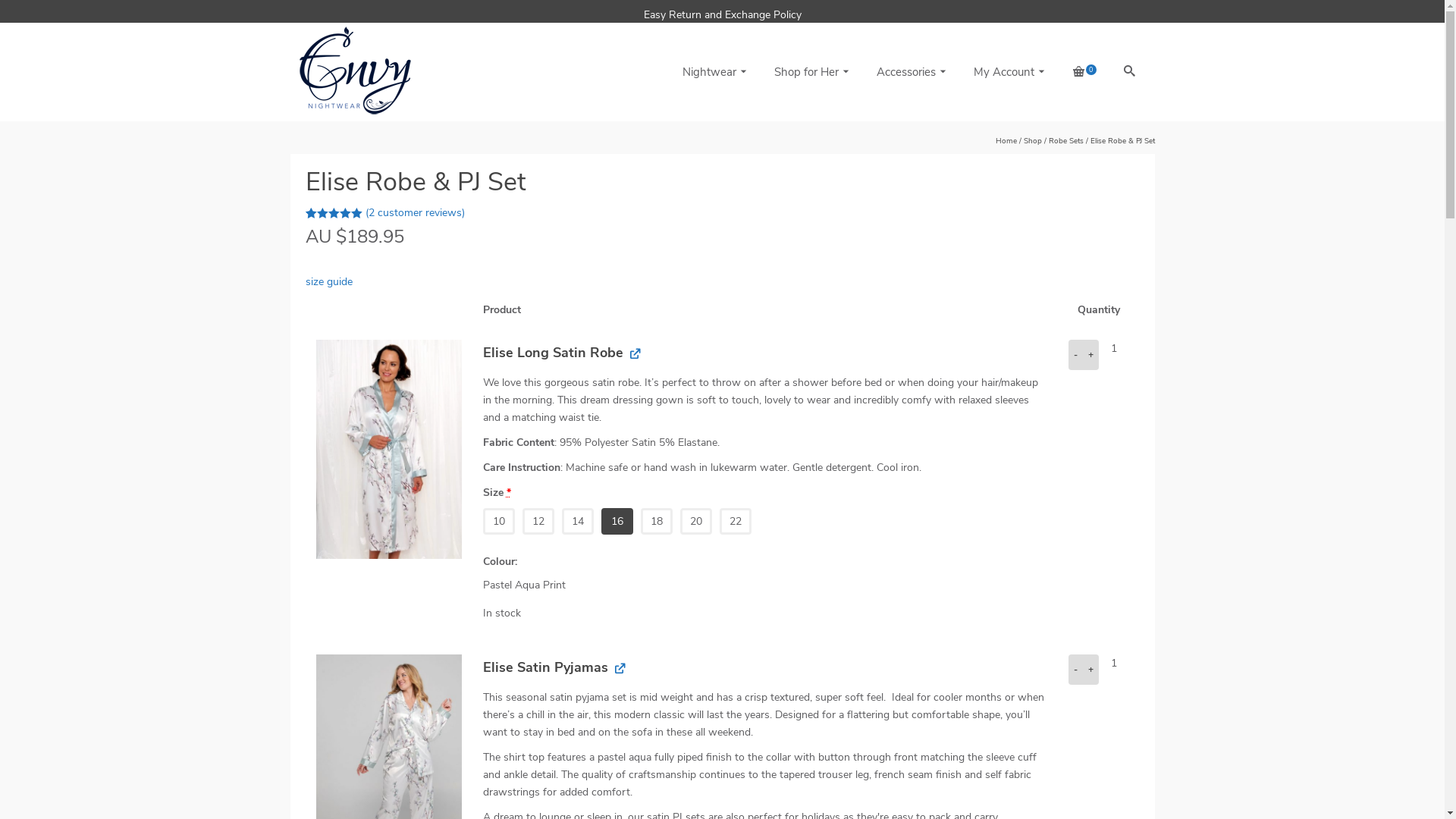 The width and height of the screenshot is (1456, 819). What do you see at coordinates (1005, 140) in the screenshot?
I see `'Home'` at bounding box center [1005, 140].